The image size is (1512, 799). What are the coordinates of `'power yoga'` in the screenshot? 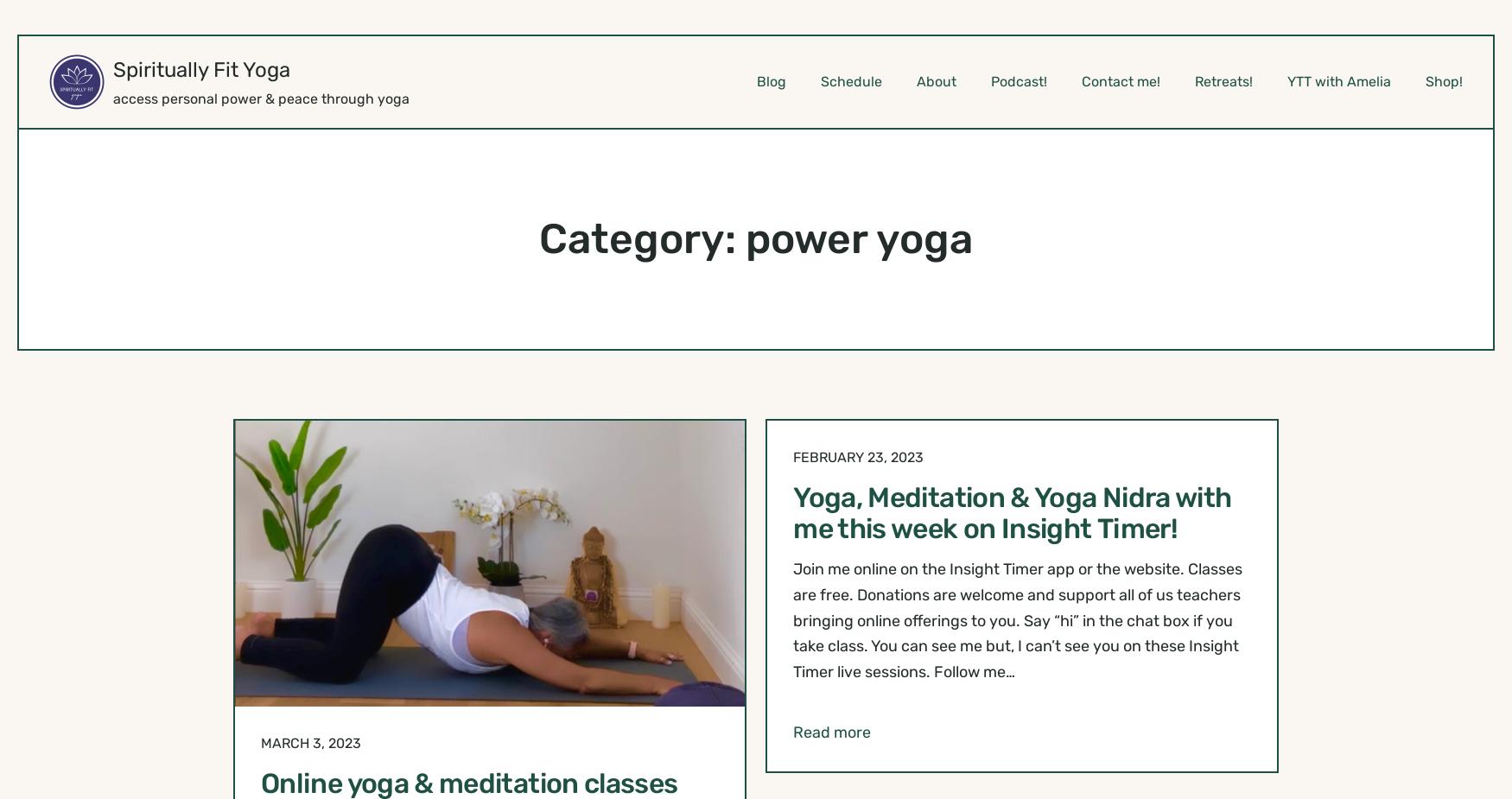 It's located at (859, 238).